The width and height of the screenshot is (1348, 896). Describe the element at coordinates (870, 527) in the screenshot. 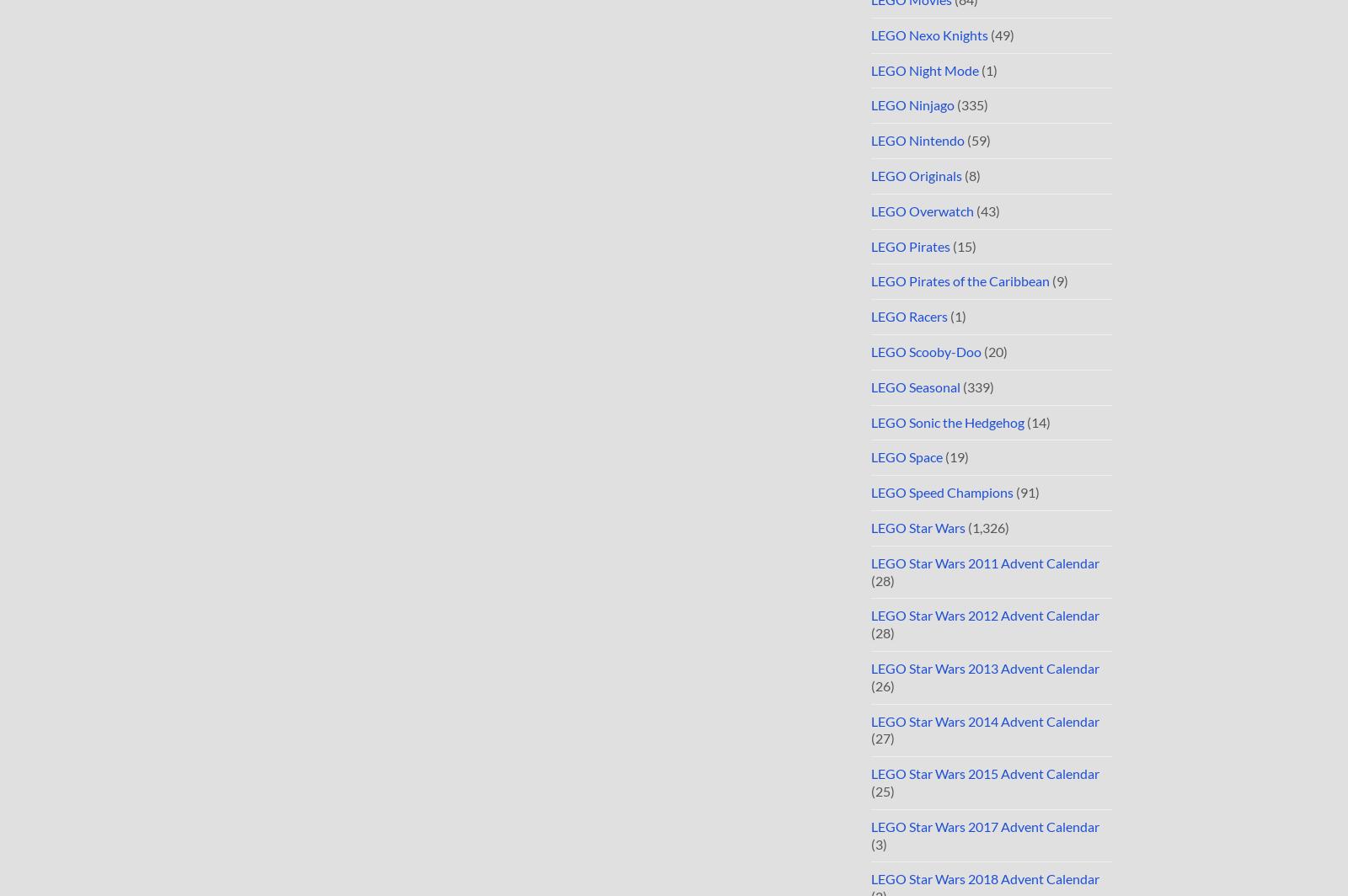

I see `'LEGO Star Wars'` at that location.